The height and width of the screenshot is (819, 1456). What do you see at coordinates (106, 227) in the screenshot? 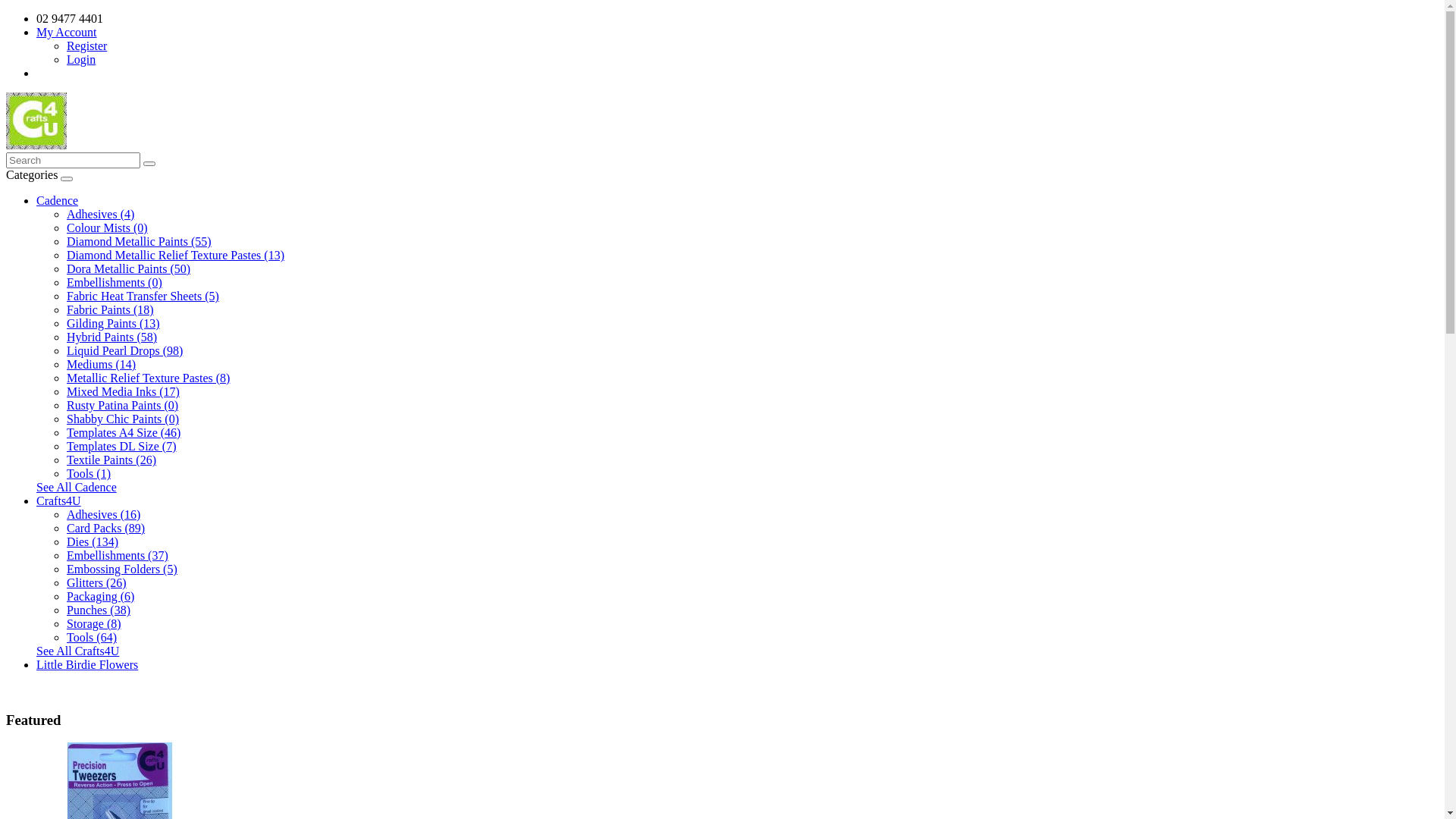
I see `'Colour Mists (0)'` at bounding box center [106, 227].